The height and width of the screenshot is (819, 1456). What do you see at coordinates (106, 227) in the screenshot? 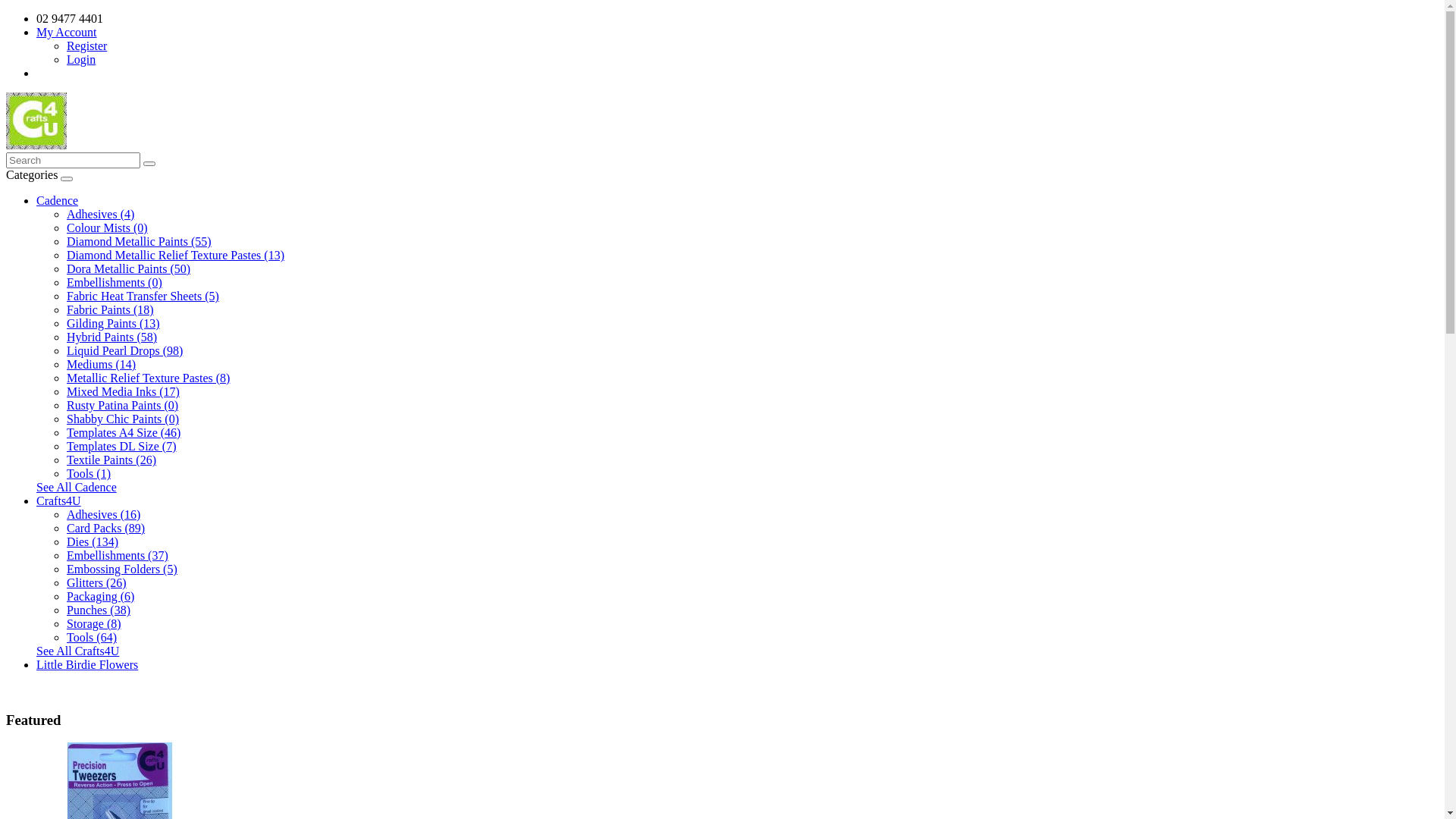
I see `'Colour Mists (0)'` at bounding box center [106, 227].